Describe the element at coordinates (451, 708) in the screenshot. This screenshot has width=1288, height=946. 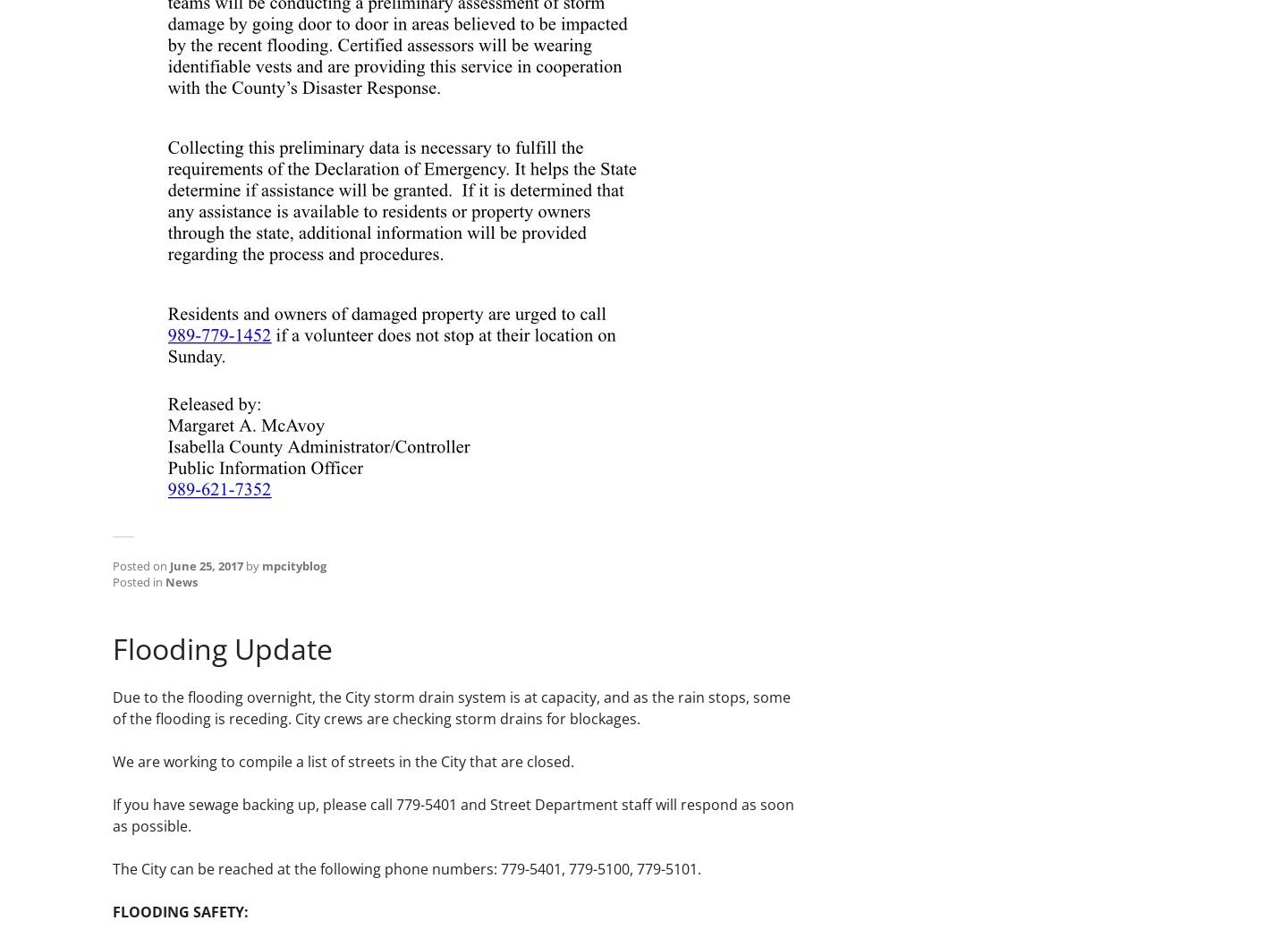
I see `'Due to the flooding overnight, the City storm drain system is at capacity, and as the rain stops, some of the flooding is receding. City crews are checking storm drains for blockages.'` at that location.